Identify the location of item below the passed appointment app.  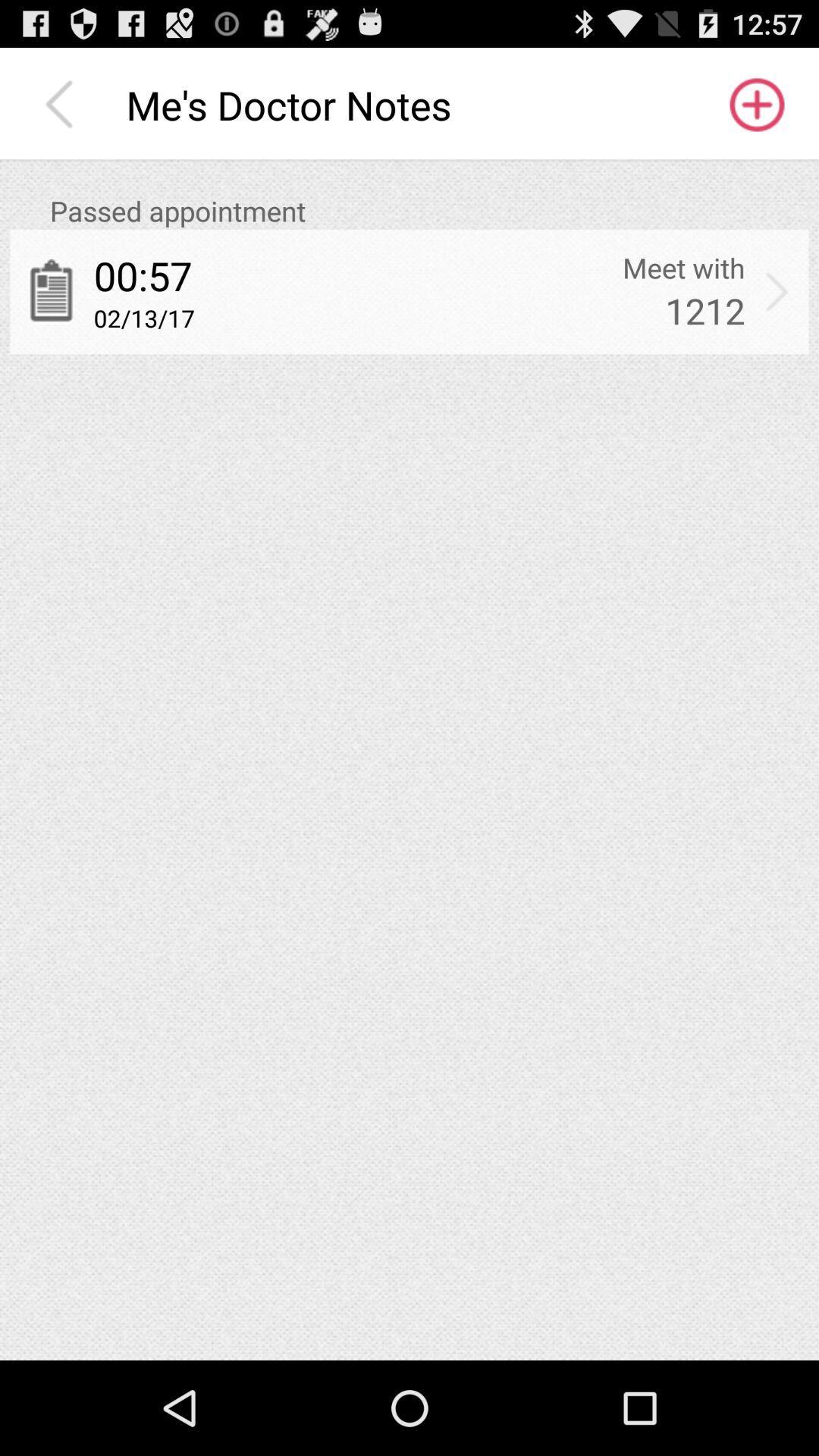
(683, 268).